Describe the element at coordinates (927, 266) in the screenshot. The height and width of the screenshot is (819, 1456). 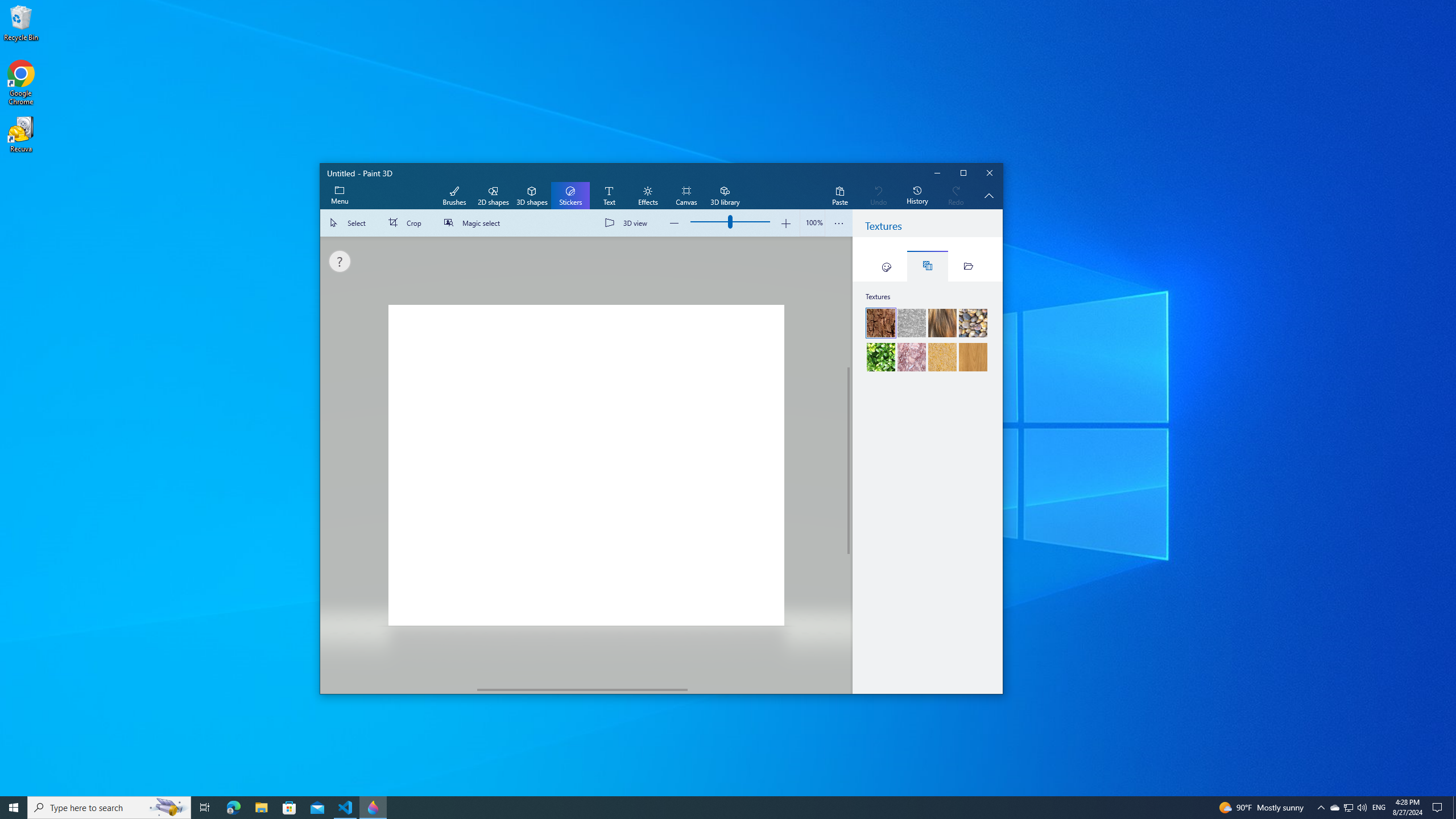
I see `'Textures'` at that location.